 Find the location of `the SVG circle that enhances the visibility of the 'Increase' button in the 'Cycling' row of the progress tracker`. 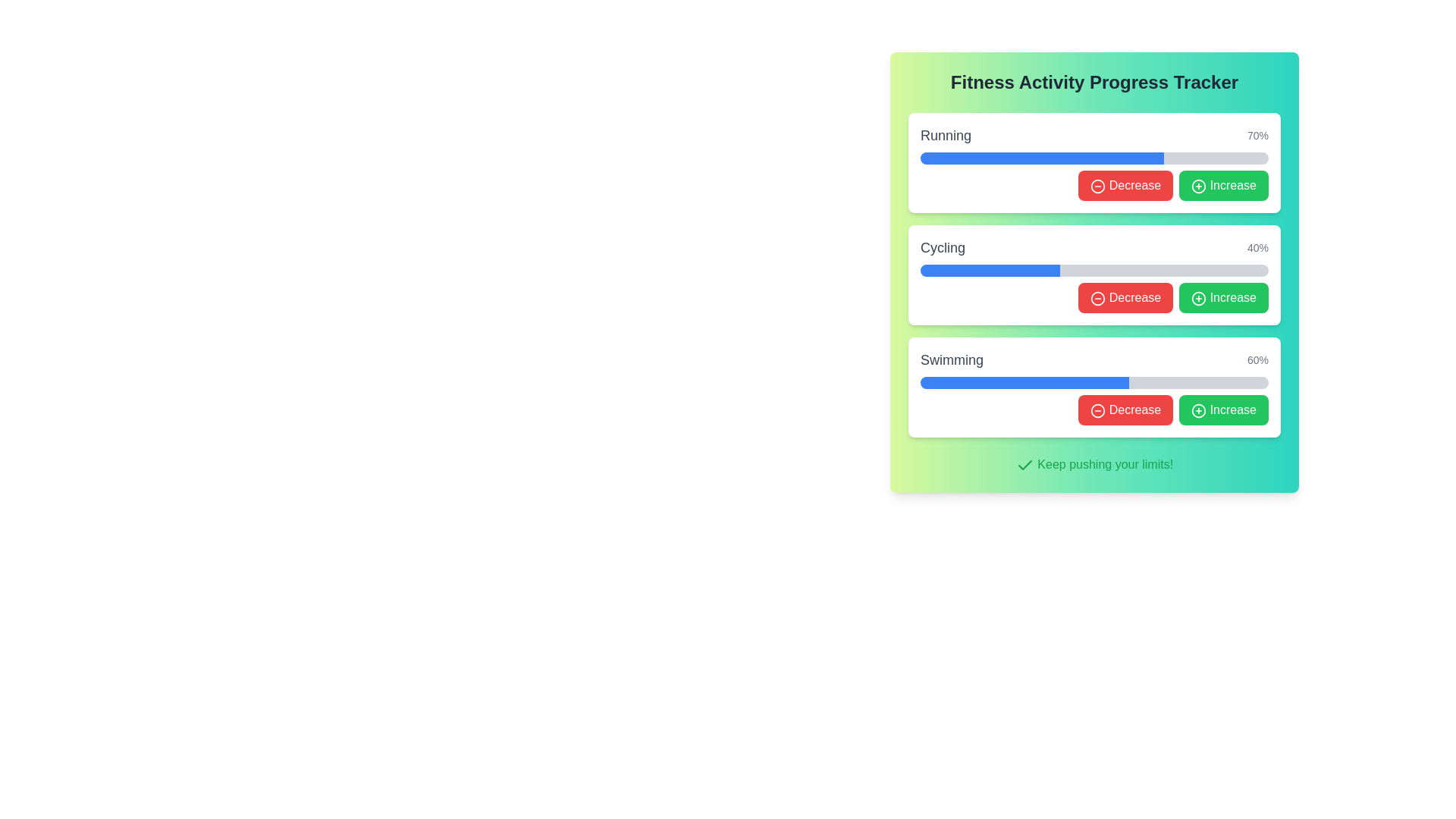

the SVG circle that enhances the visibility of the 'Increase' button in the 'Cycling' row of the progress tracker is located at coordinates (1198, 298).